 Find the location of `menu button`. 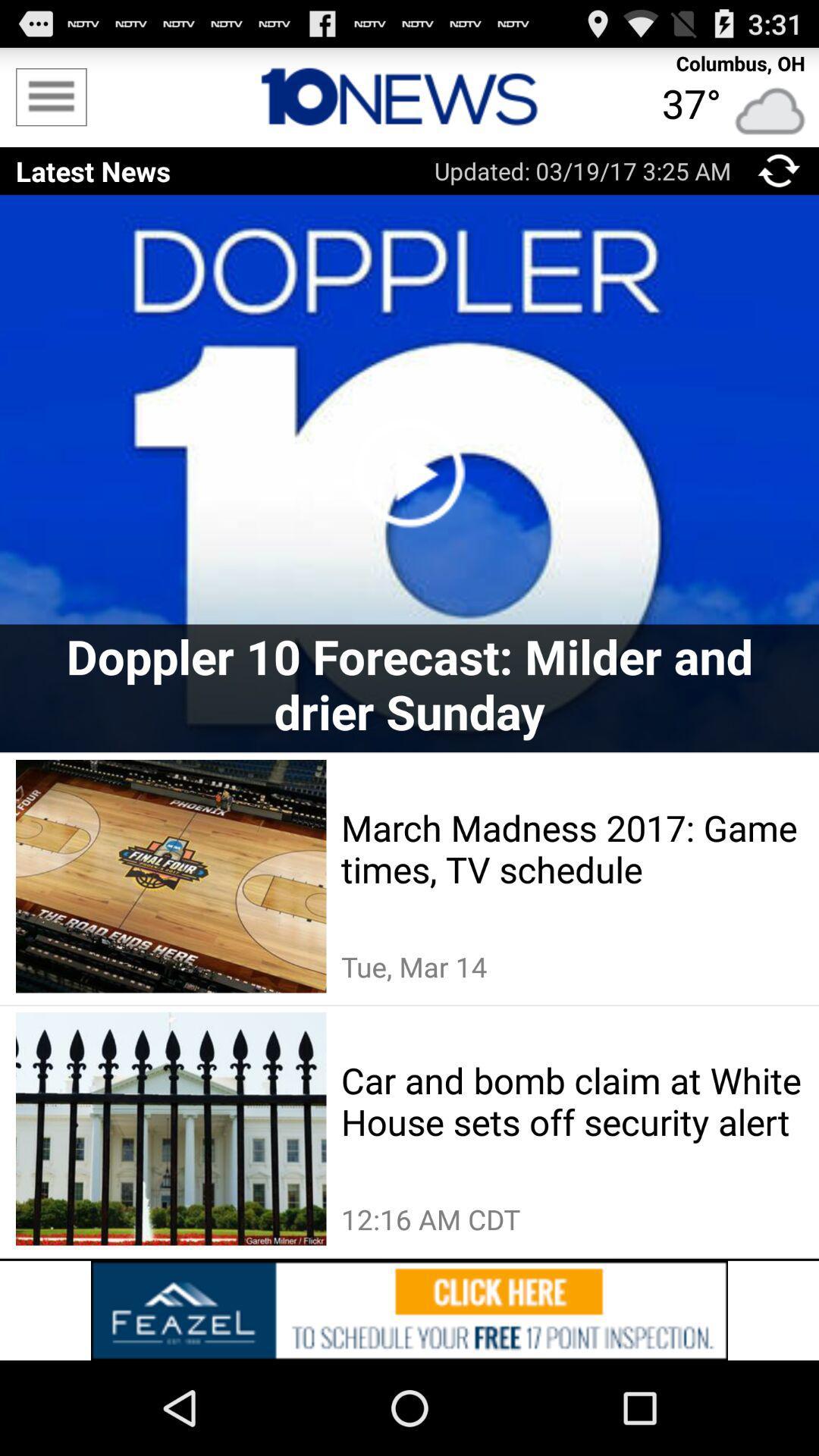

menu button is located at coordinates (779, 171).